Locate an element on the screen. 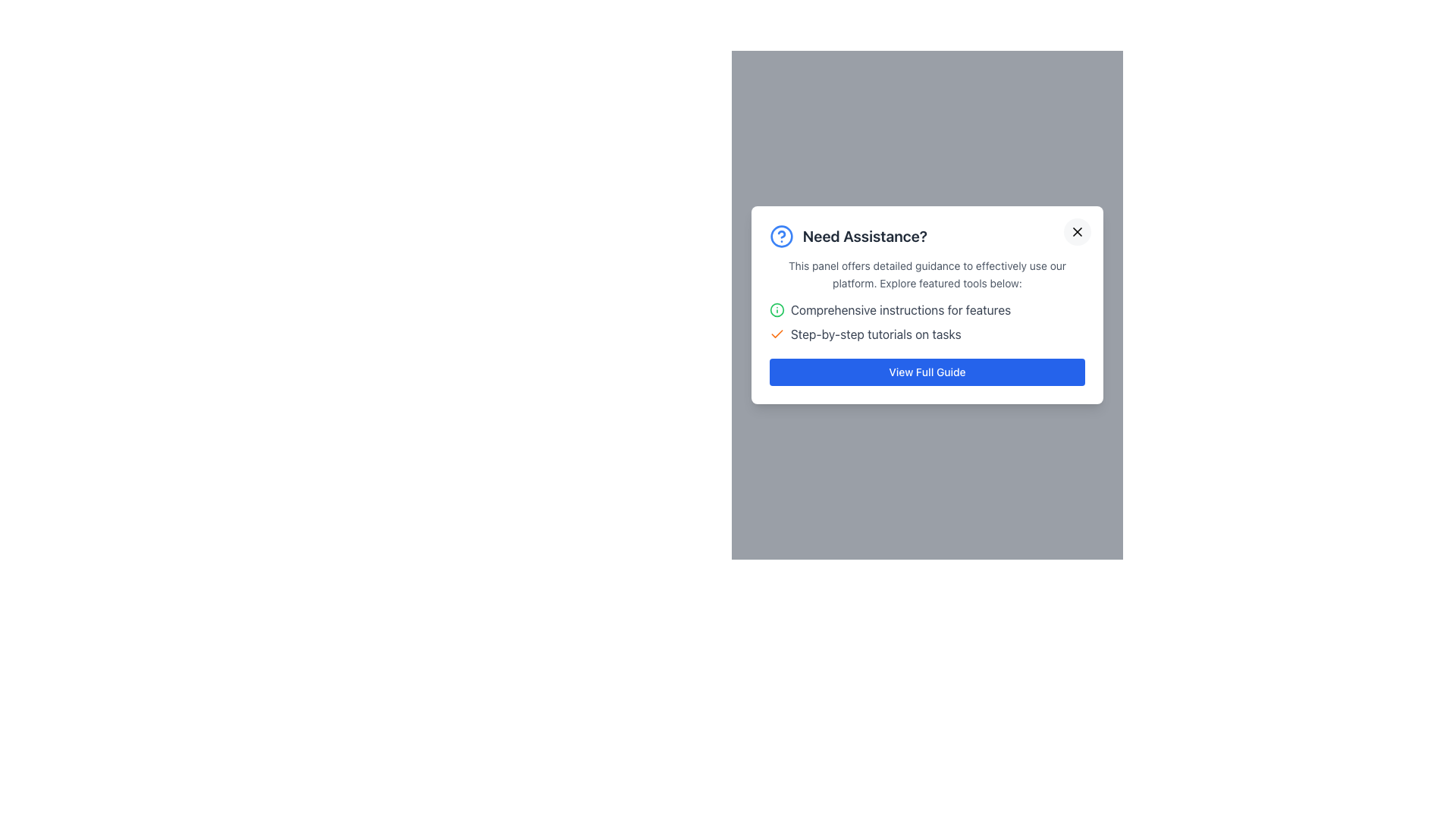  the informational icon associated with the list item labeled 'Comprehensive instructions for features.' is located at coordinates (777, 309).